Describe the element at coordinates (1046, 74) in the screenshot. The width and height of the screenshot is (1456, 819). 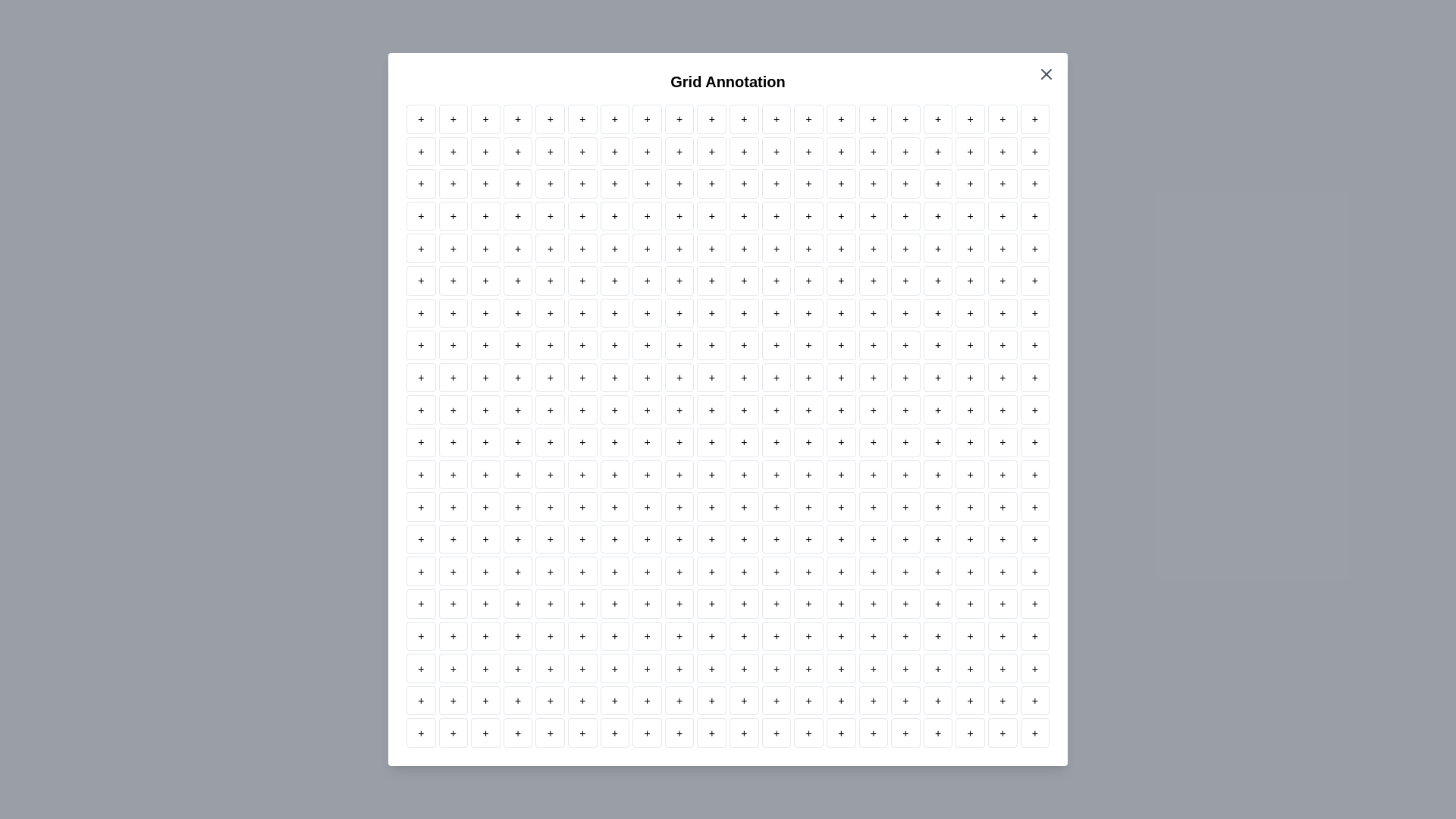
I see `close button to dismiss the dialog` at that location.